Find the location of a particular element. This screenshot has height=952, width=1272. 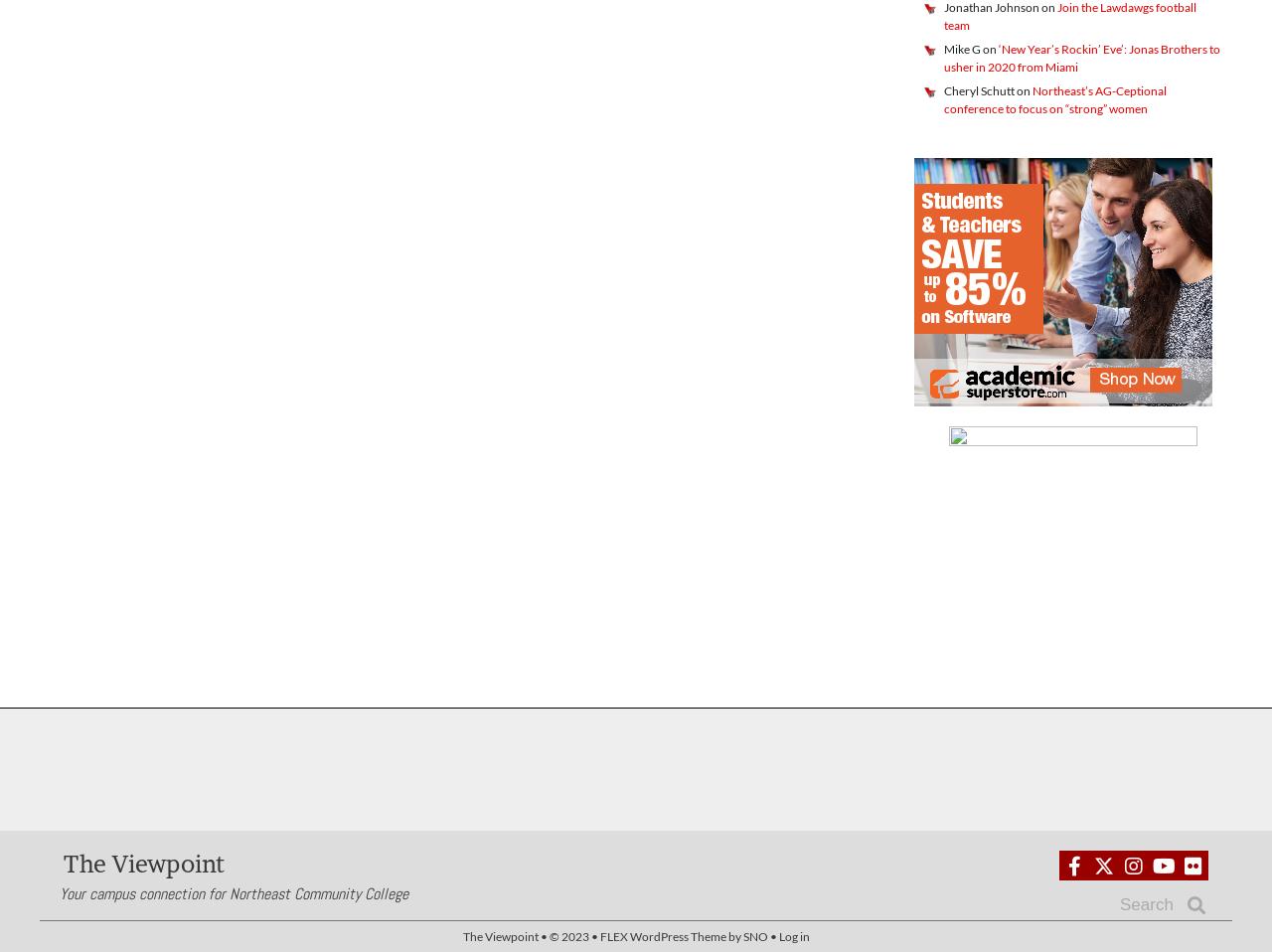

'by' is located at coordinates (732, 936).